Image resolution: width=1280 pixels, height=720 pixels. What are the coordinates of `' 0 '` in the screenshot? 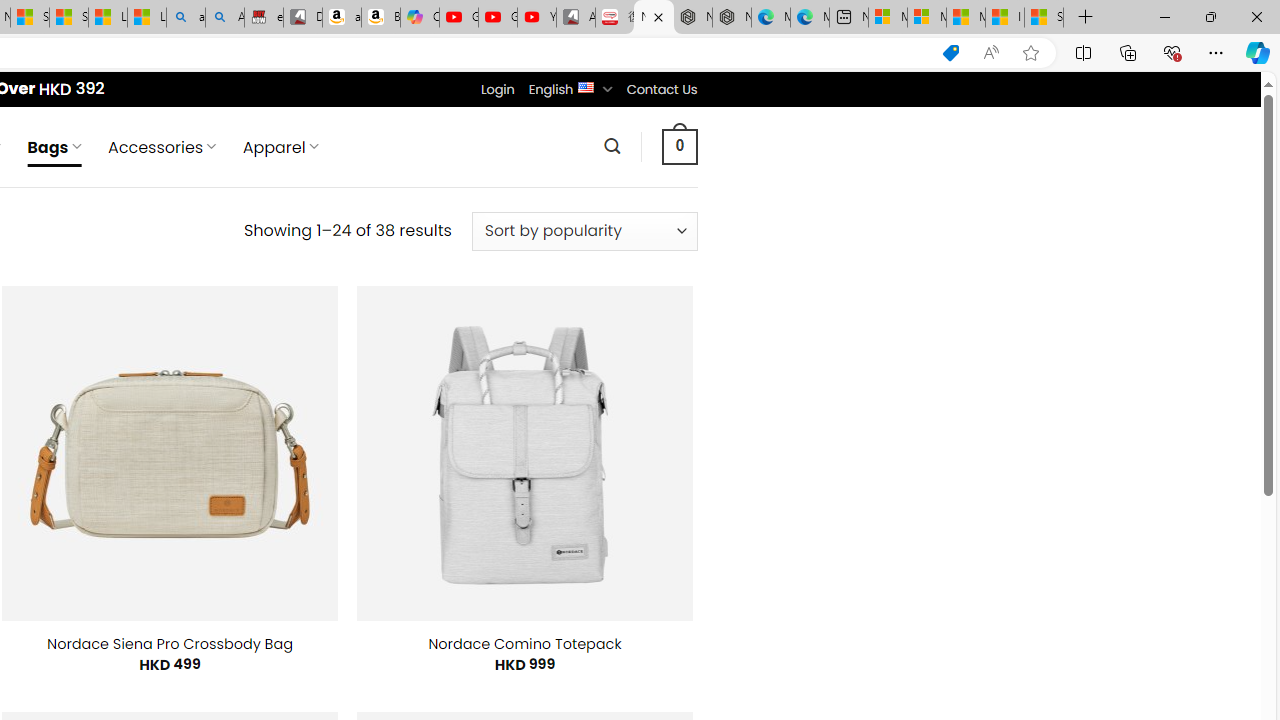 It's located at (679, 145).